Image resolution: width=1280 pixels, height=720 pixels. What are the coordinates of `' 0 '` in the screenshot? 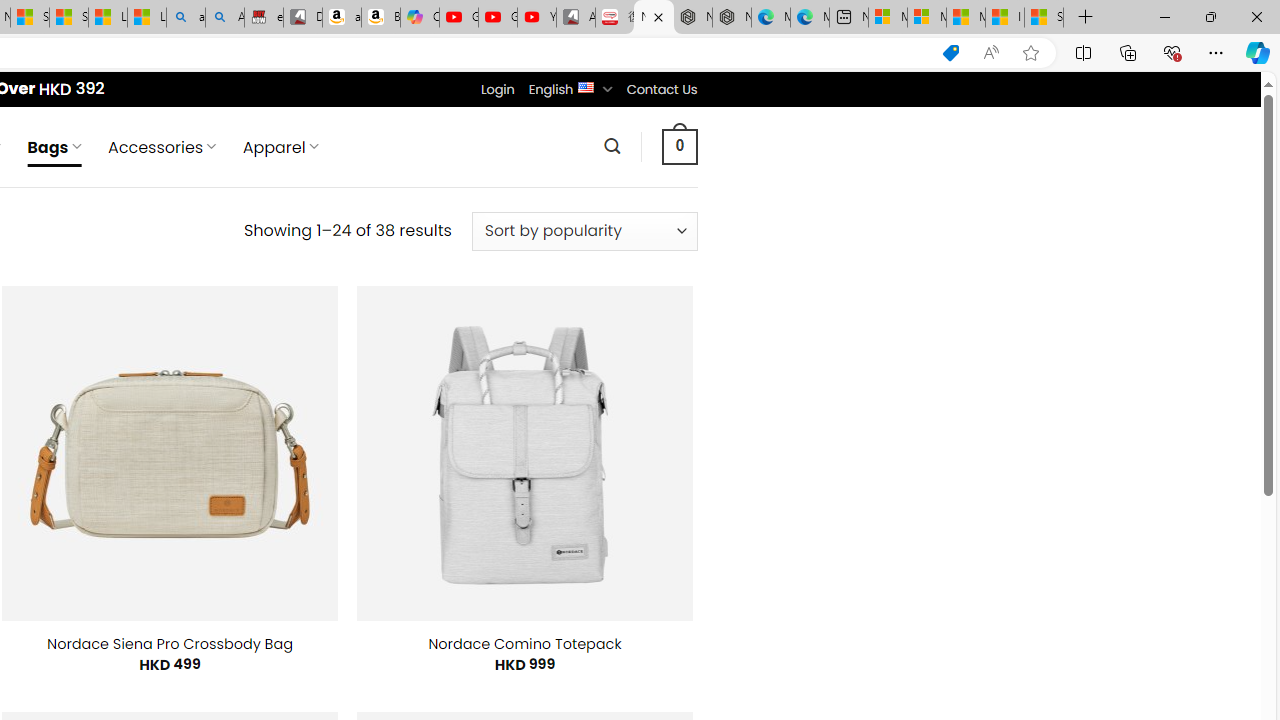 It's located at (679, 145).